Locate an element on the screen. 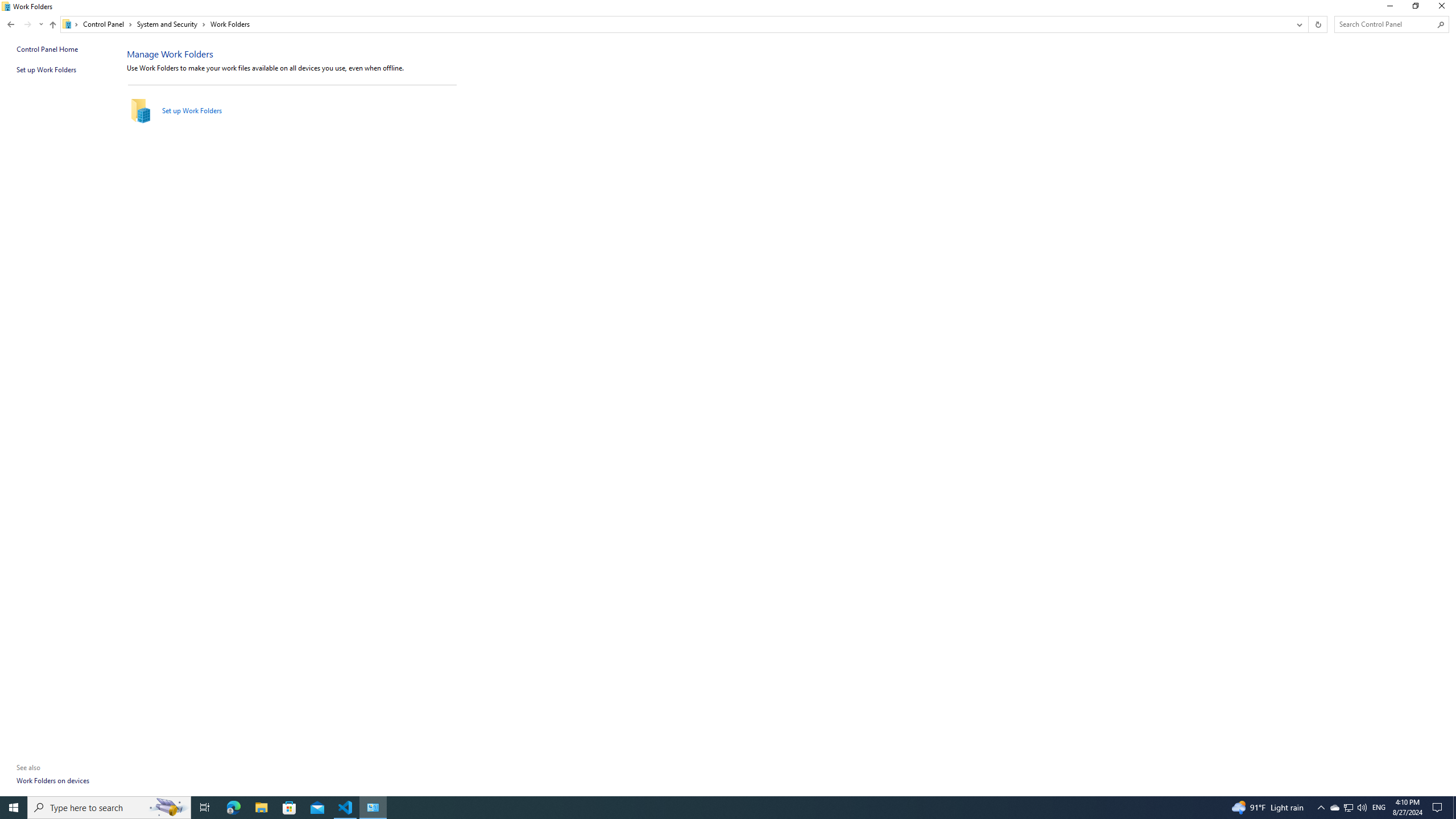 This screenshot has height=819, width=1456. 'All locations' is located at coordinates (70, 24).